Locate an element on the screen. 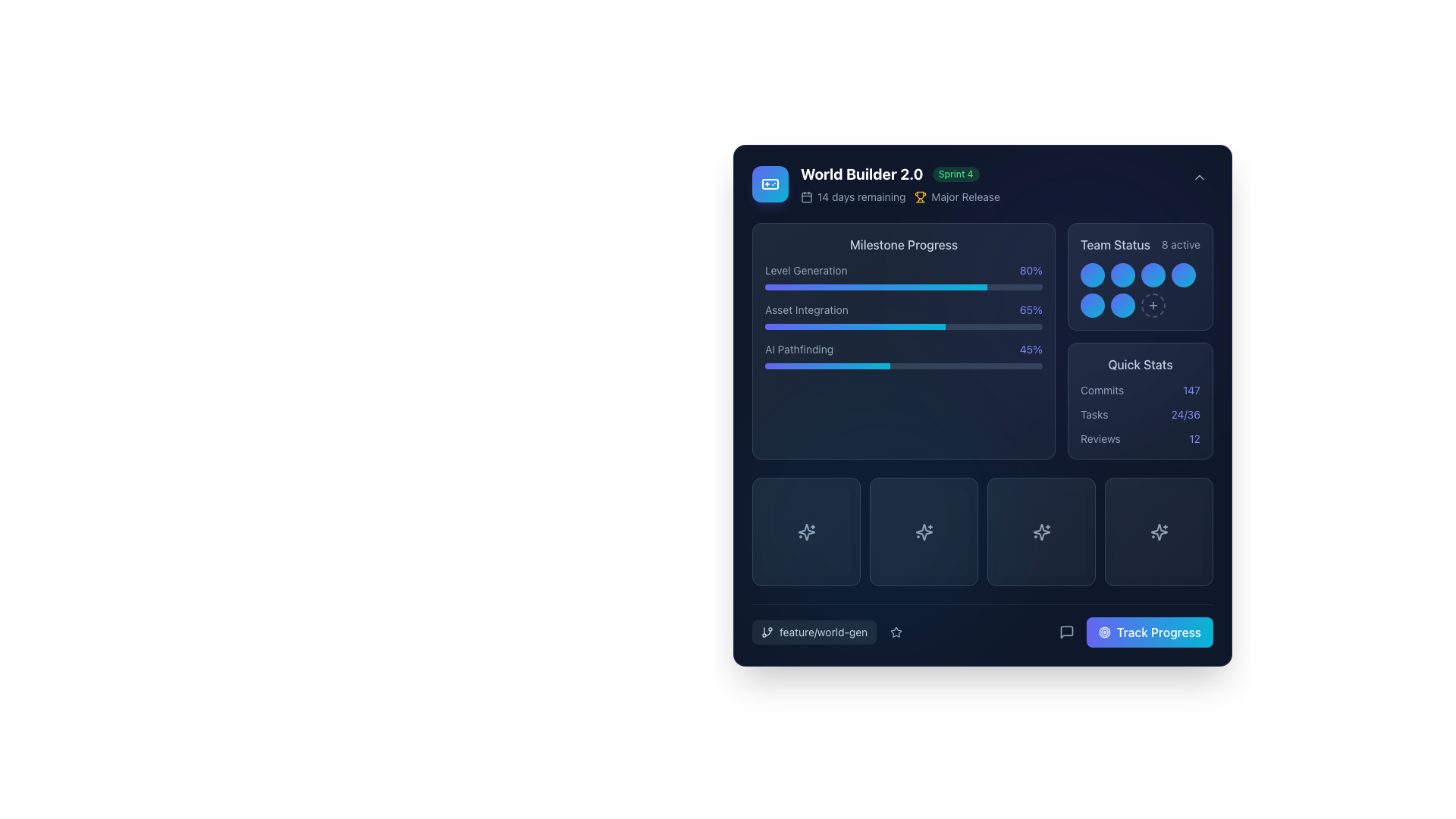 This screenshot has width=1456, height=819. horizontal progress bar labeled 'AI Pathfinding' which shows a gradient from indigo to cyan and is located under the 'Milestone Progress' section is located at coordinates (903, 366).